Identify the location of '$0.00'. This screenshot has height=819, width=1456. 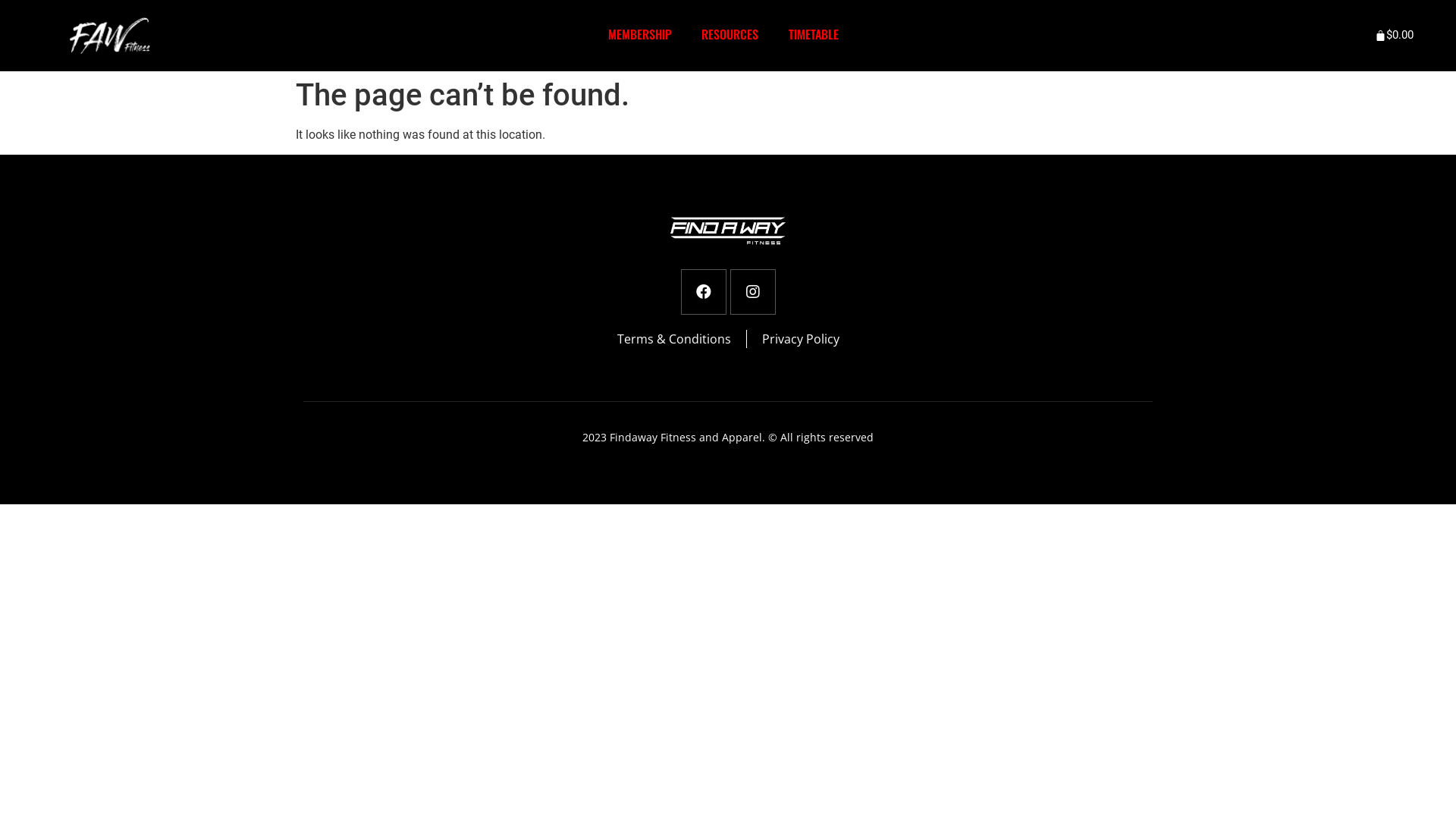
(1395, 34).